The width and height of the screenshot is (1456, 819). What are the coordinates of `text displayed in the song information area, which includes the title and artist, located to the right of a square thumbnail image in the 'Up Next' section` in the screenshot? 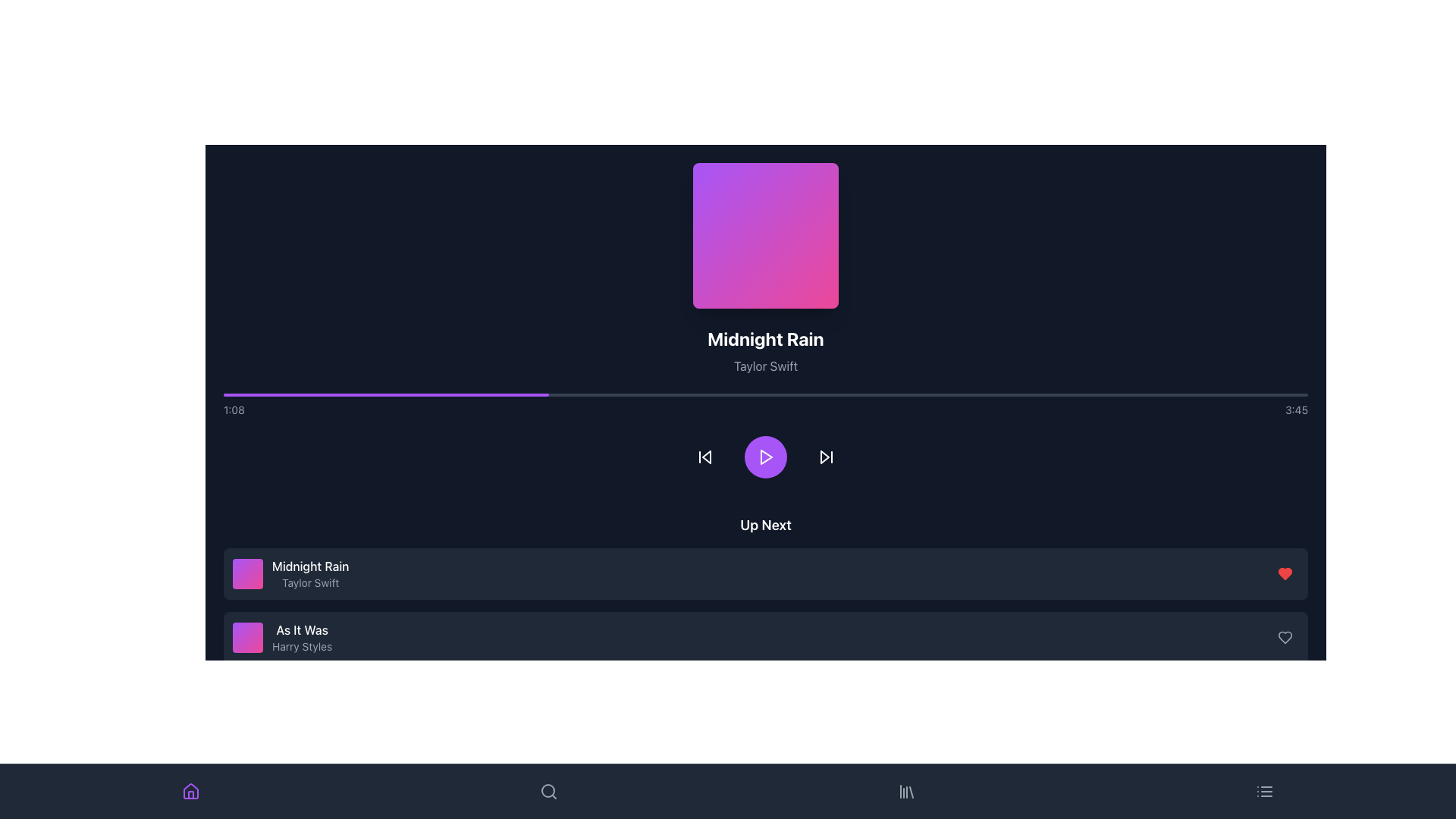 It's located at (309, 573).